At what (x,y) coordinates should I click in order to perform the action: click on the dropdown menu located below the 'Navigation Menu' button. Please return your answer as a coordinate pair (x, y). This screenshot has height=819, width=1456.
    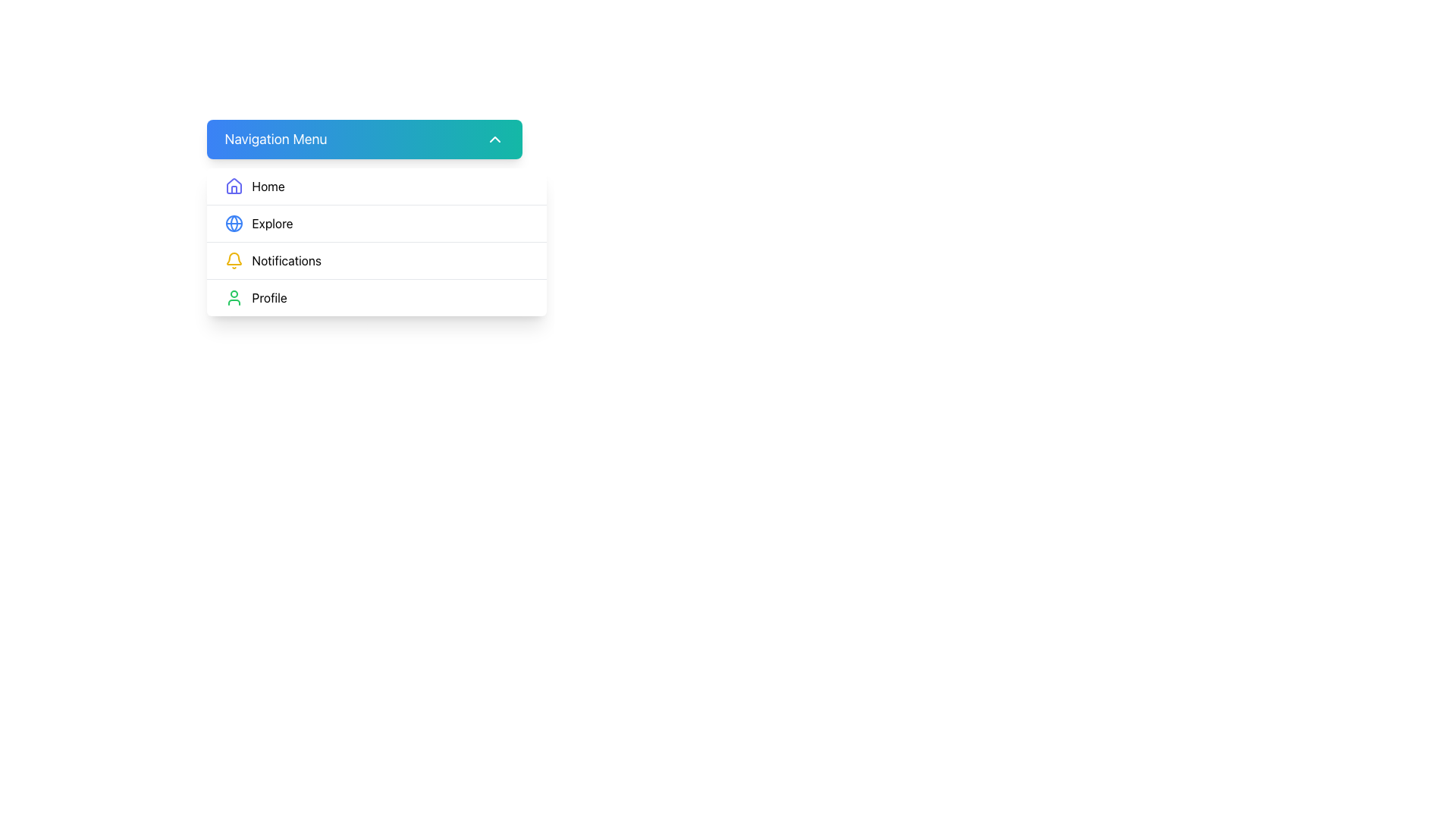
    Looking at the image, I should click on (376, 241).